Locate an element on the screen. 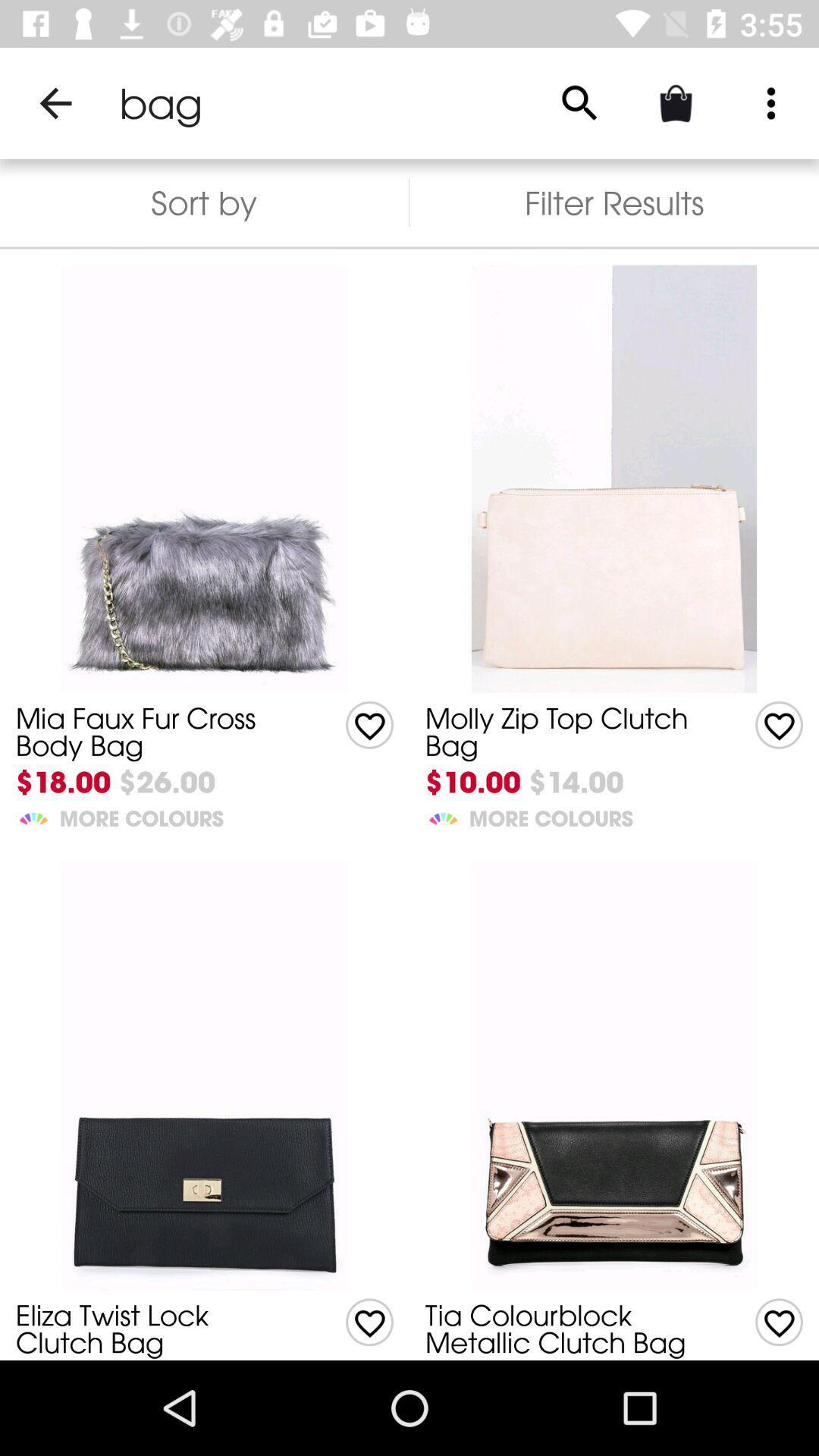  the mia faux fur item is located at coordinates (157, 732).